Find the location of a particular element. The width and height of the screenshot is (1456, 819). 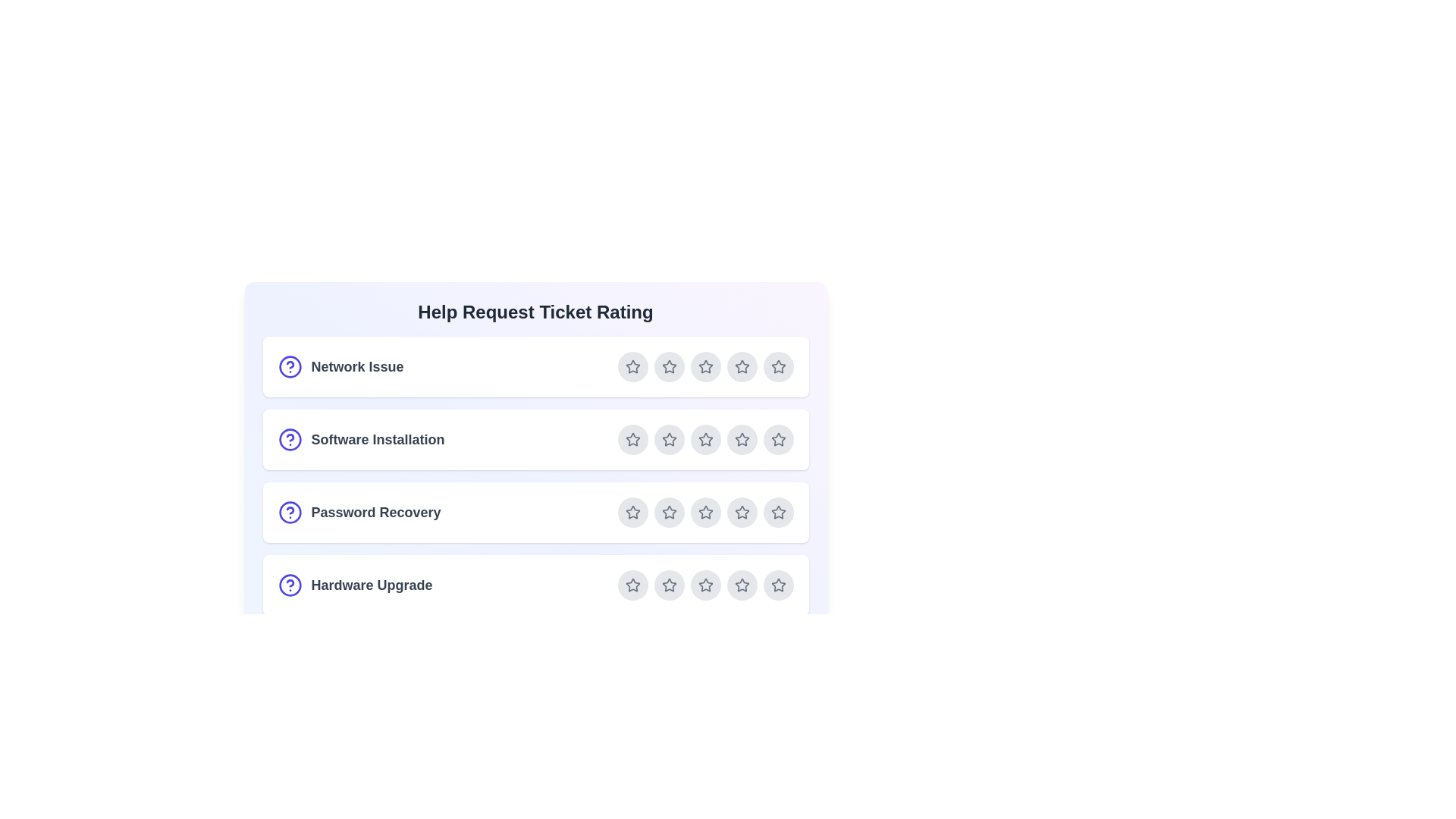

the star corresponding to 4 for the ticket Password Recovery is located at coordinates (742, 512).